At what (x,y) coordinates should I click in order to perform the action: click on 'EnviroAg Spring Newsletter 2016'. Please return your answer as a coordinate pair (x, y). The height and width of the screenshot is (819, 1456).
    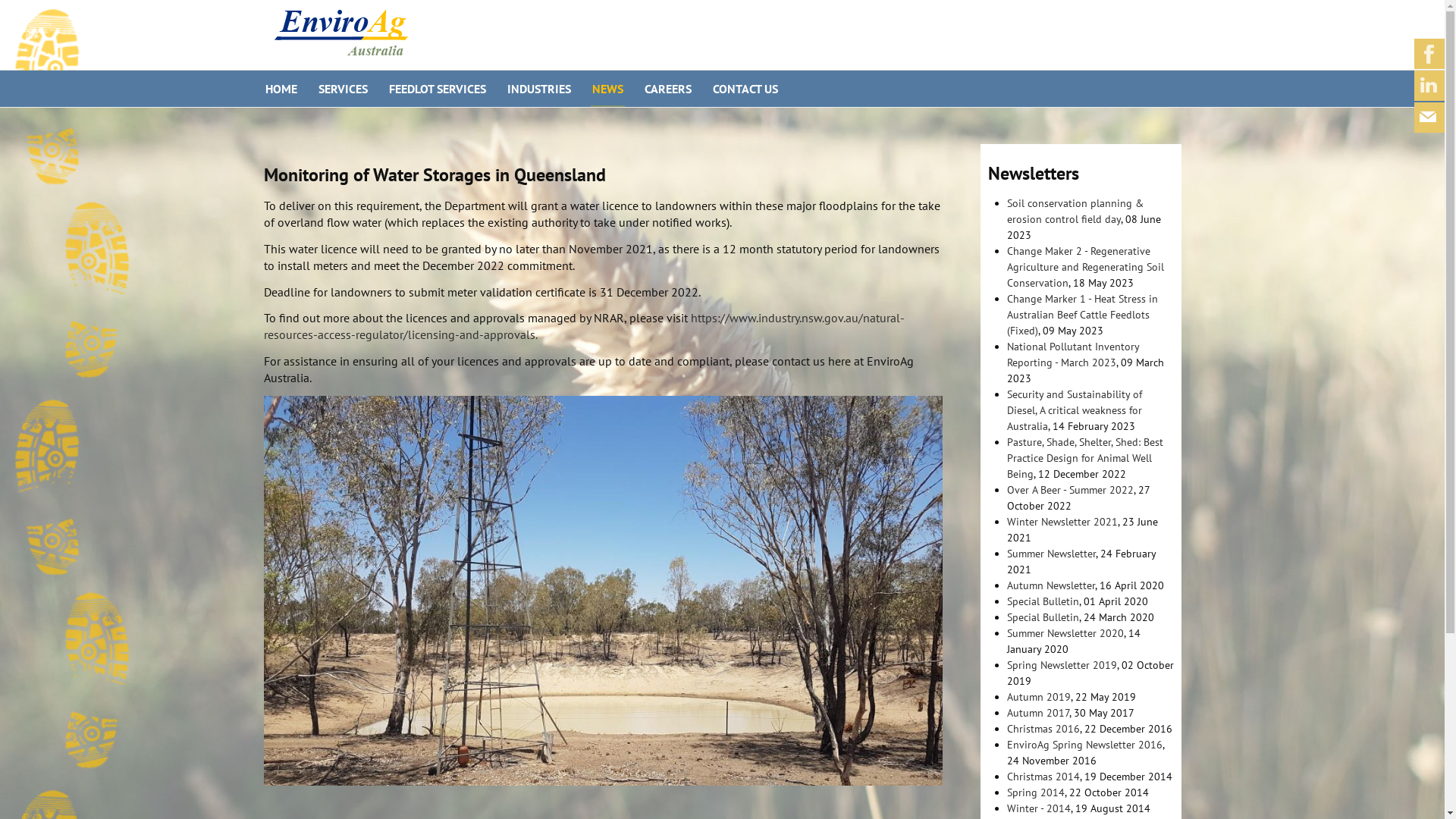
    Looking at the image, I should click on (1084, 744).